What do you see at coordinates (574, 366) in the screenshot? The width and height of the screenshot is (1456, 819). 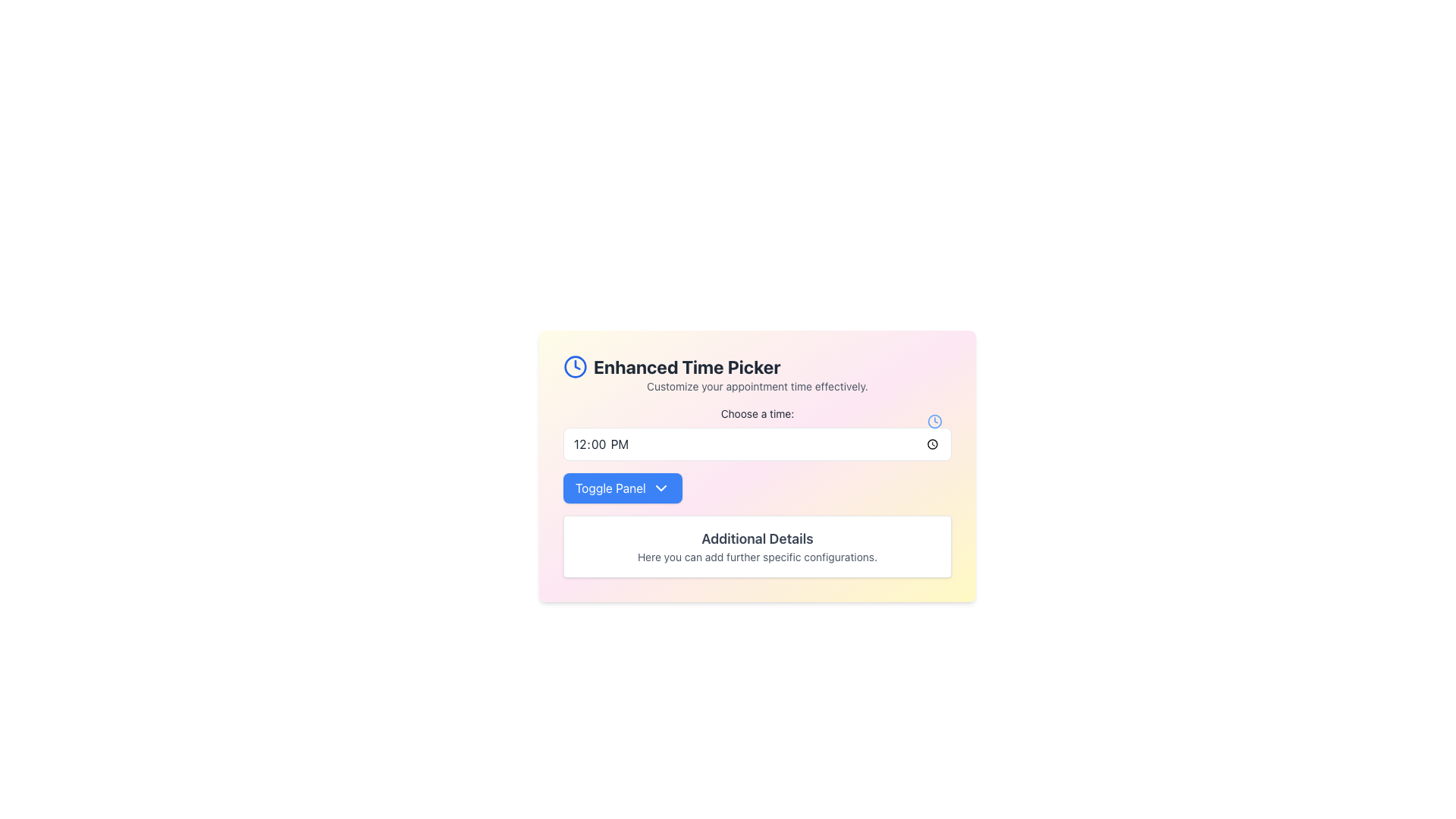 I see `the clock icon located on the left side of the 'Enhanced Time Picker' heading` at bounding box center [574, 366].